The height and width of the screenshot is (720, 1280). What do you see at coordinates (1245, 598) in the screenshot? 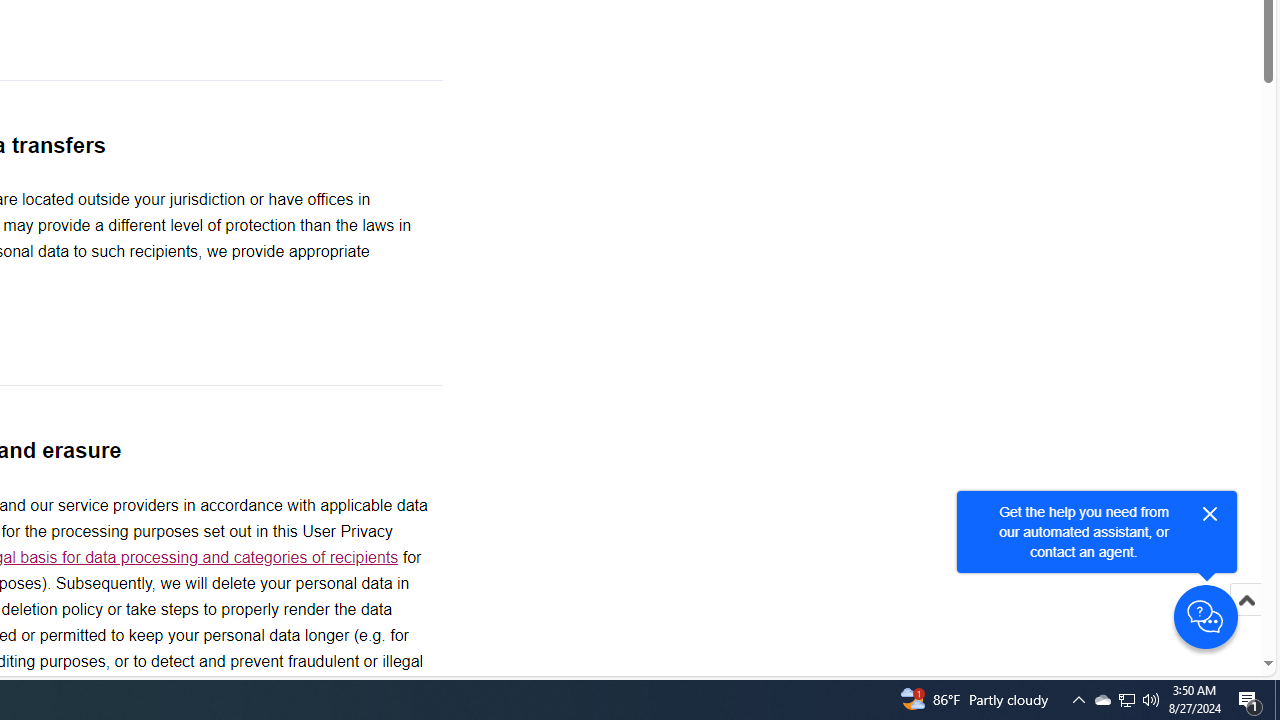
I see `'Scroll to top'` at bounding box center [1245, 598].